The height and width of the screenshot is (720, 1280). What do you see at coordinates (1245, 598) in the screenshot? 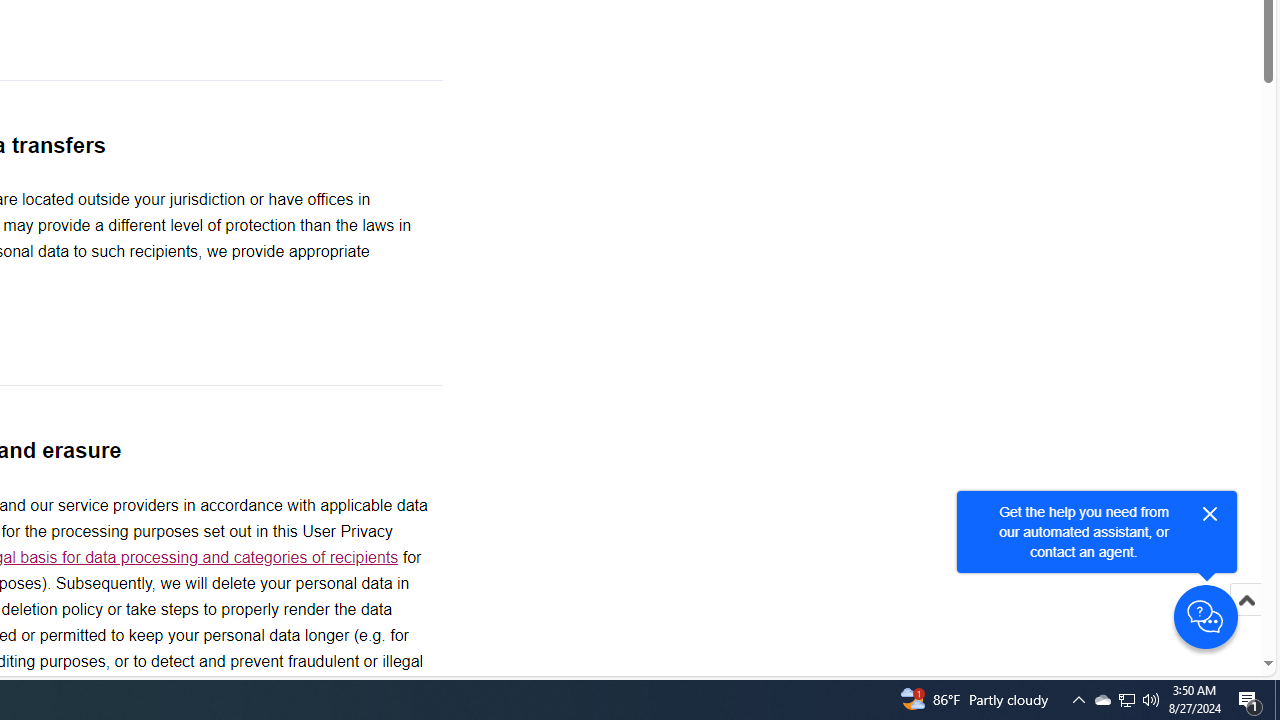
I see `'Scroll to top'` at bounding box center [1245, 598].